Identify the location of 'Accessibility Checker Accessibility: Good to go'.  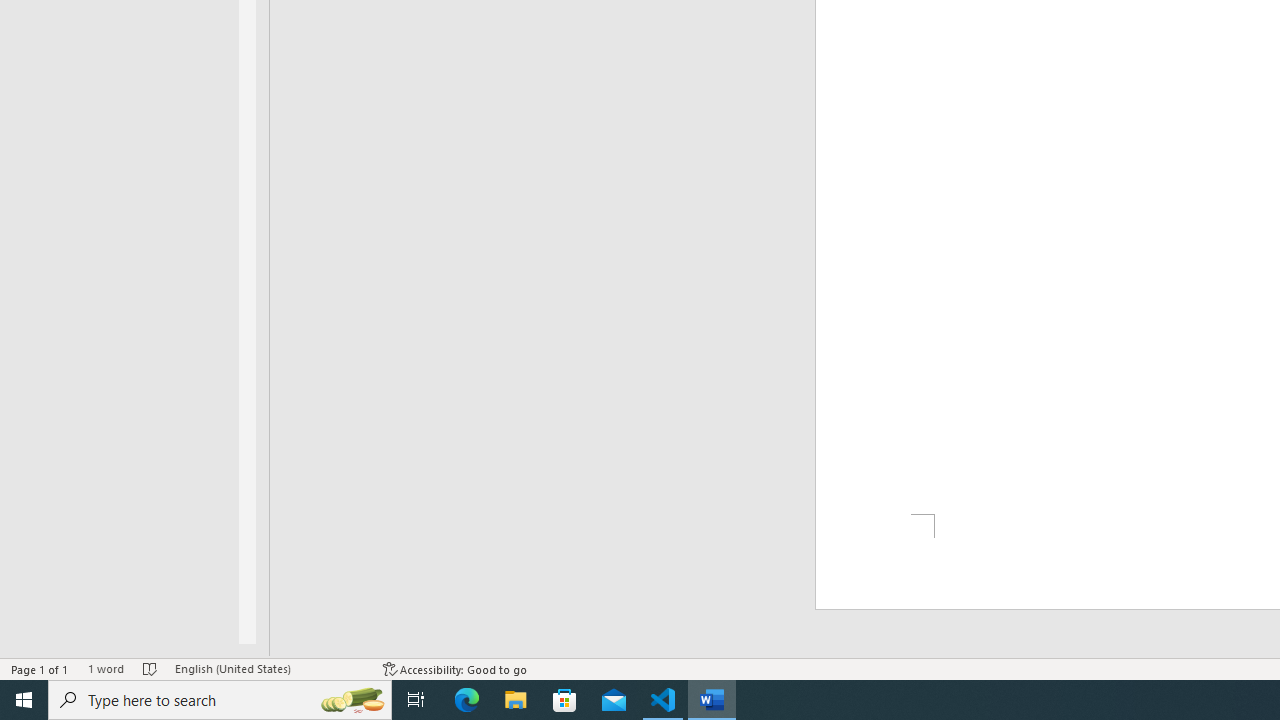
(454, 669).